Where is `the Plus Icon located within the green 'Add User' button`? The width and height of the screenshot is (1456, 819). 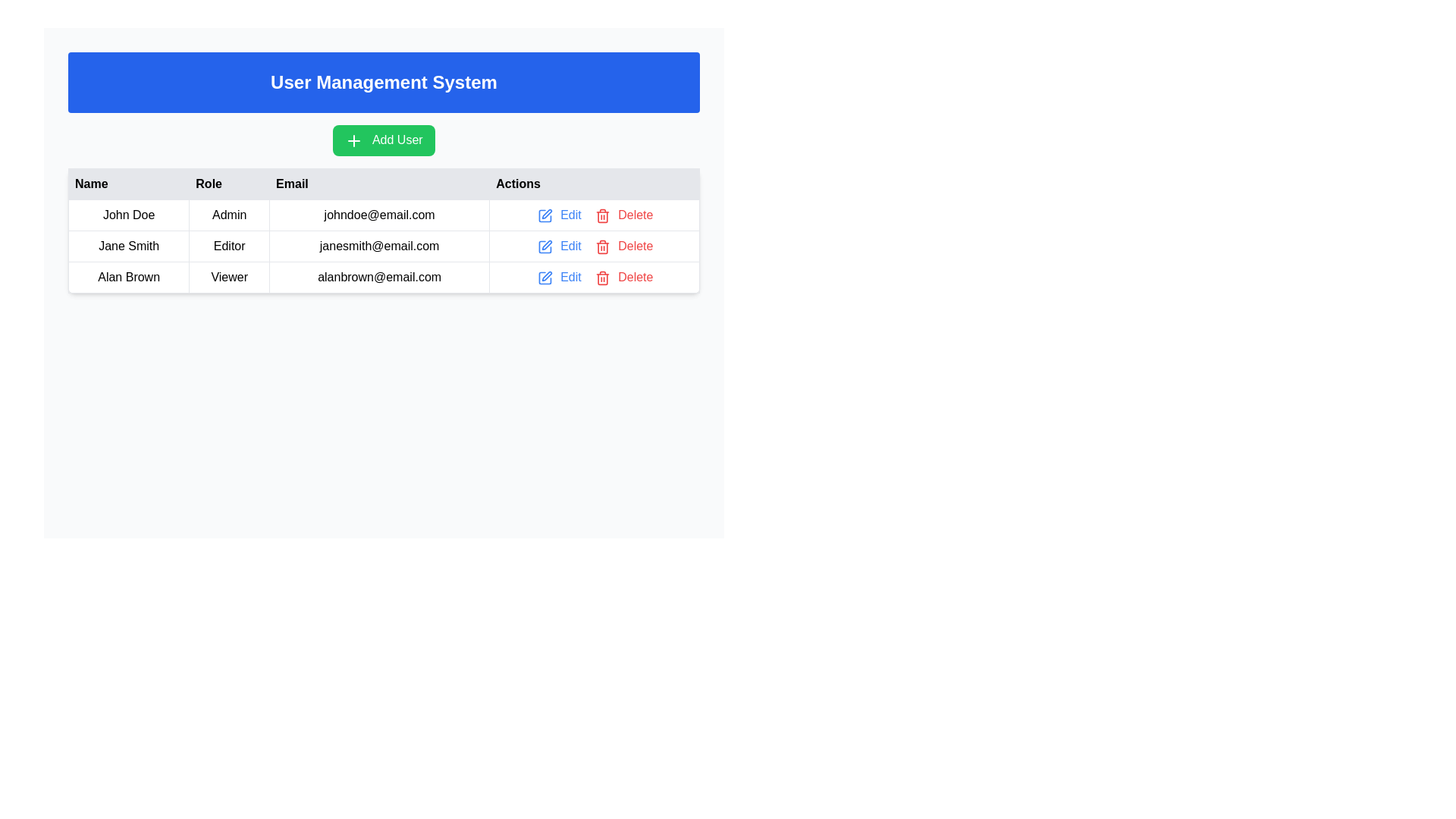
the Plus Icon located within the green 'Add User' button is located at coordinates (353, 140).